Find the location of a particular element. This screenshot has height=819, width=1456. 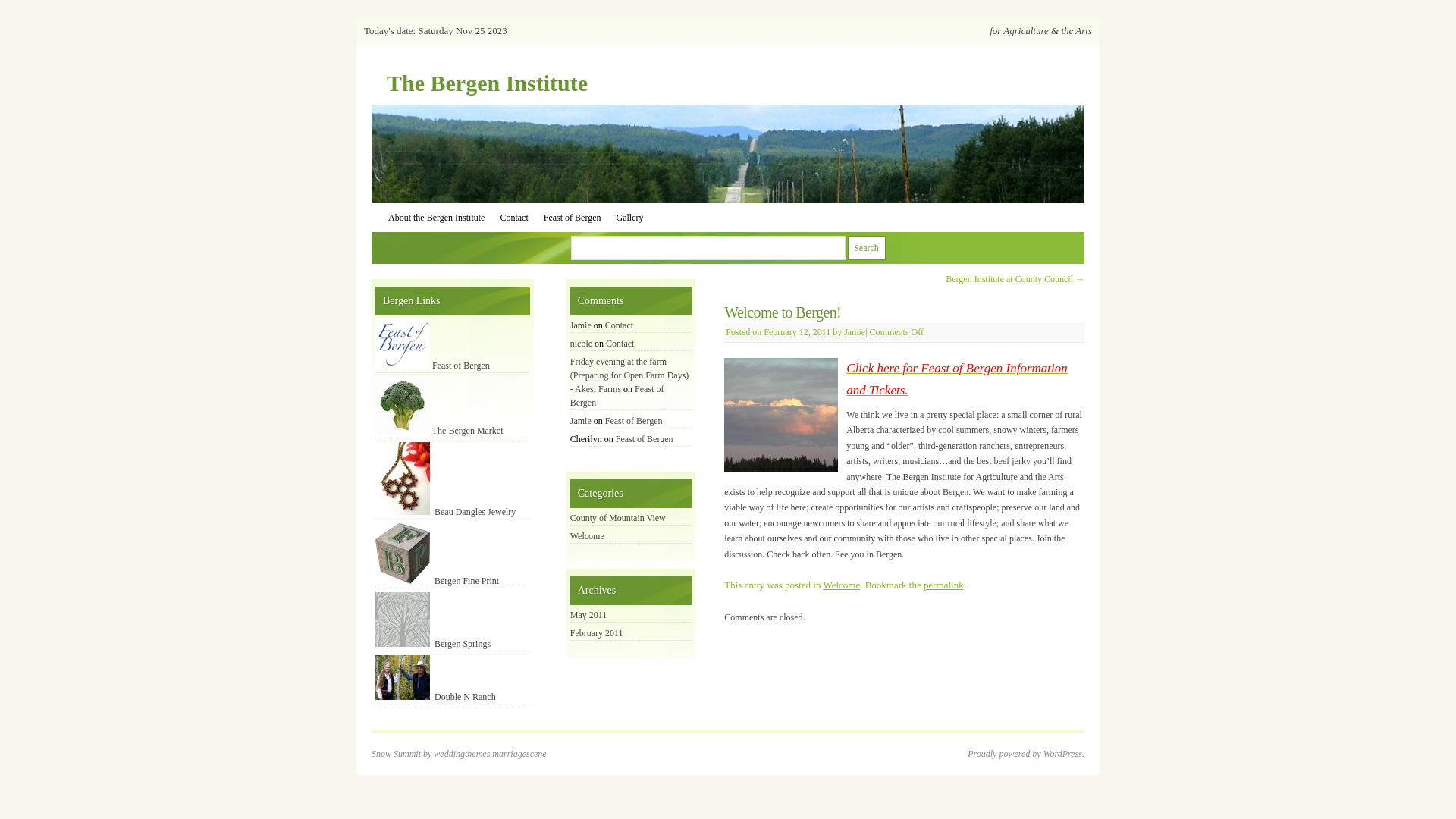

'February 2011' is located at coordinates (596, 632).